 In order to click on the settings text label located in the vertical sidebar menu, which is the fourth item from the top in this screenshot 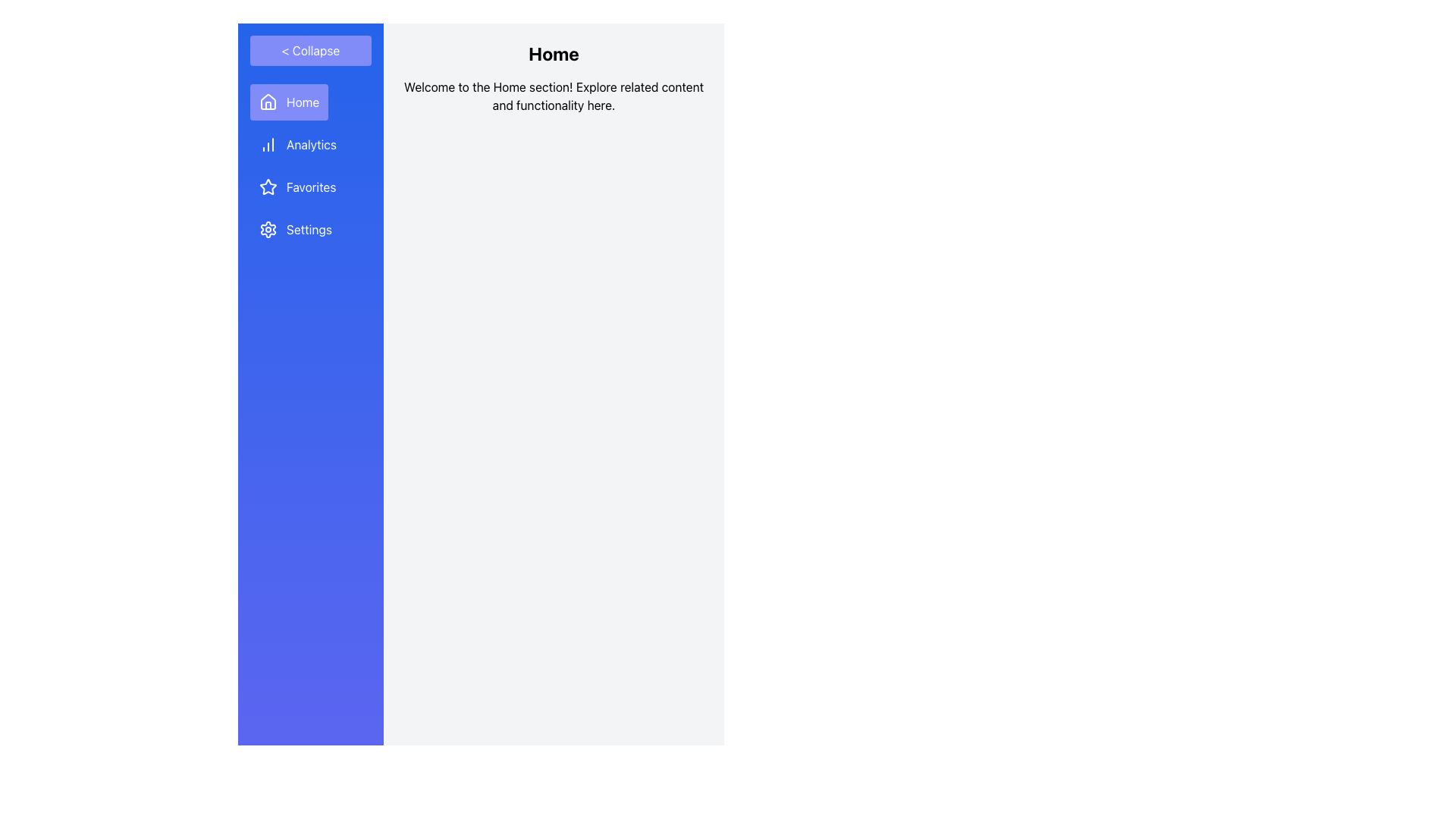, I will do `click(309, 230)`.